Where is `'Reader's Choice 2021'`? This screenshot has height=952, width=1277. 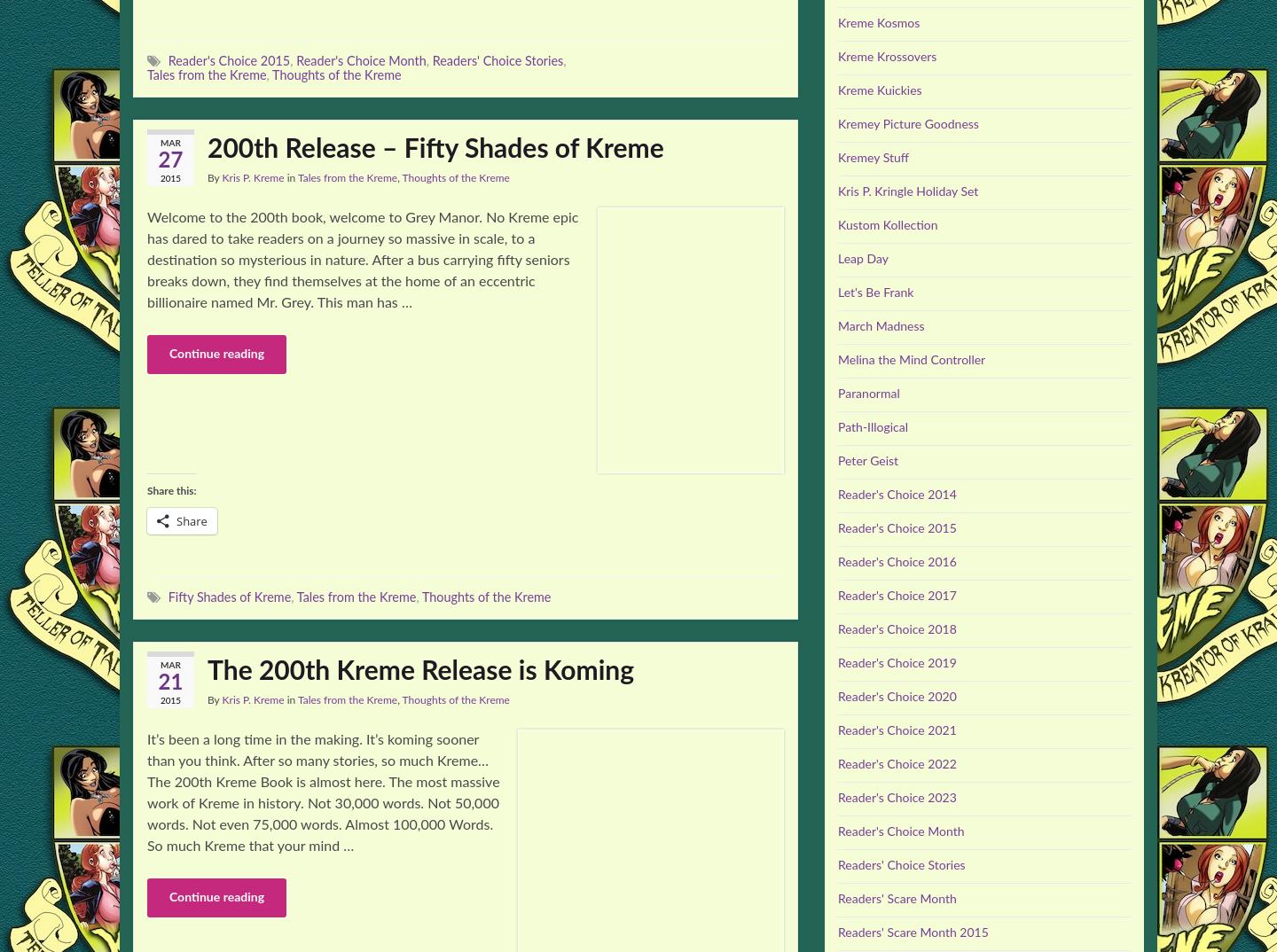
'Reader's Choice 2021' is located at coordinates (896, 731).